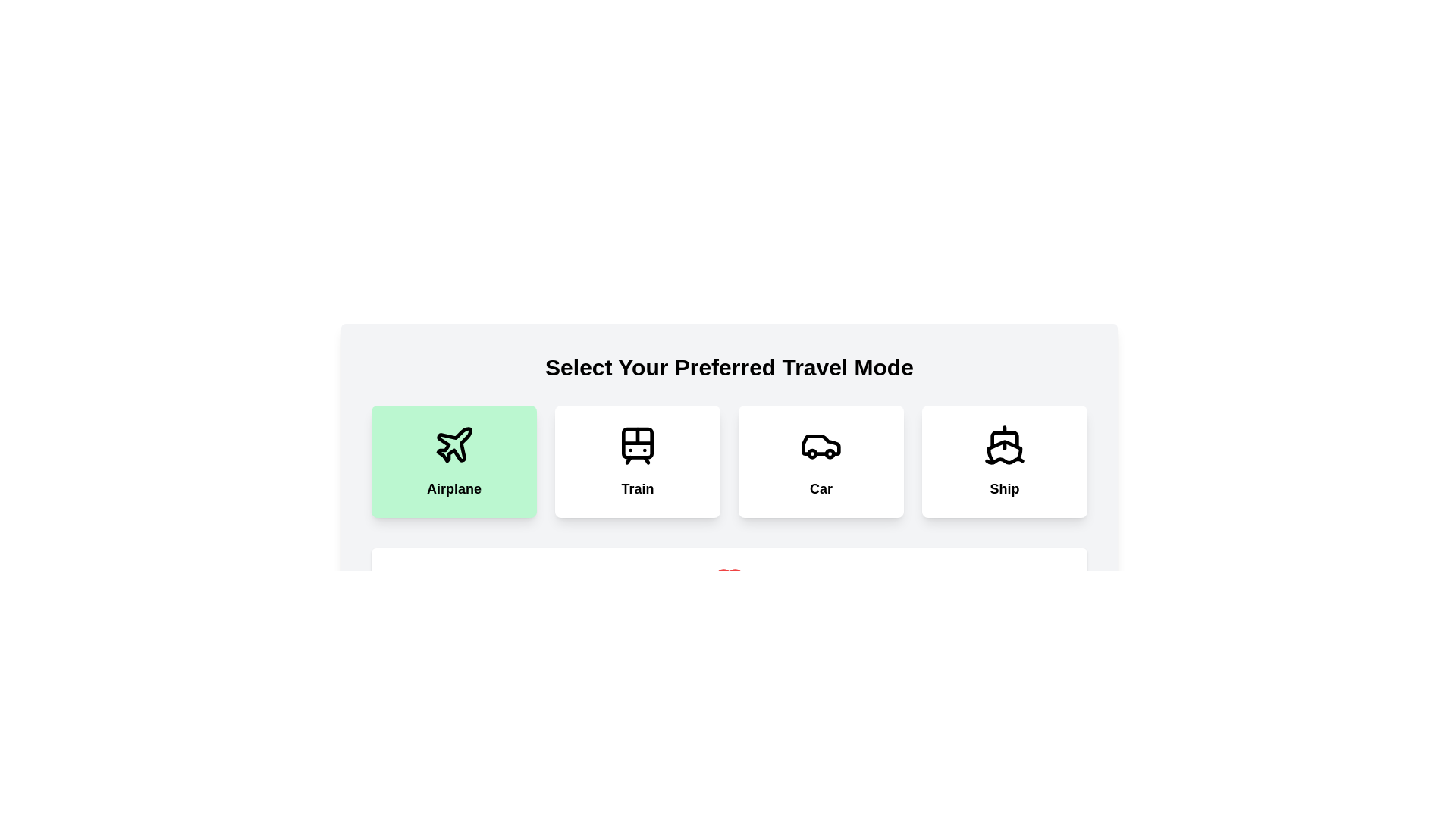  What do you see at coordinates (637, 461) in the screenshot?
I see `the interactive card labeled 'Train' which contains a centered black icon of a train and the label 'Train' in bold beneath it to observe the hover effects` at bounding box center [637, 461].